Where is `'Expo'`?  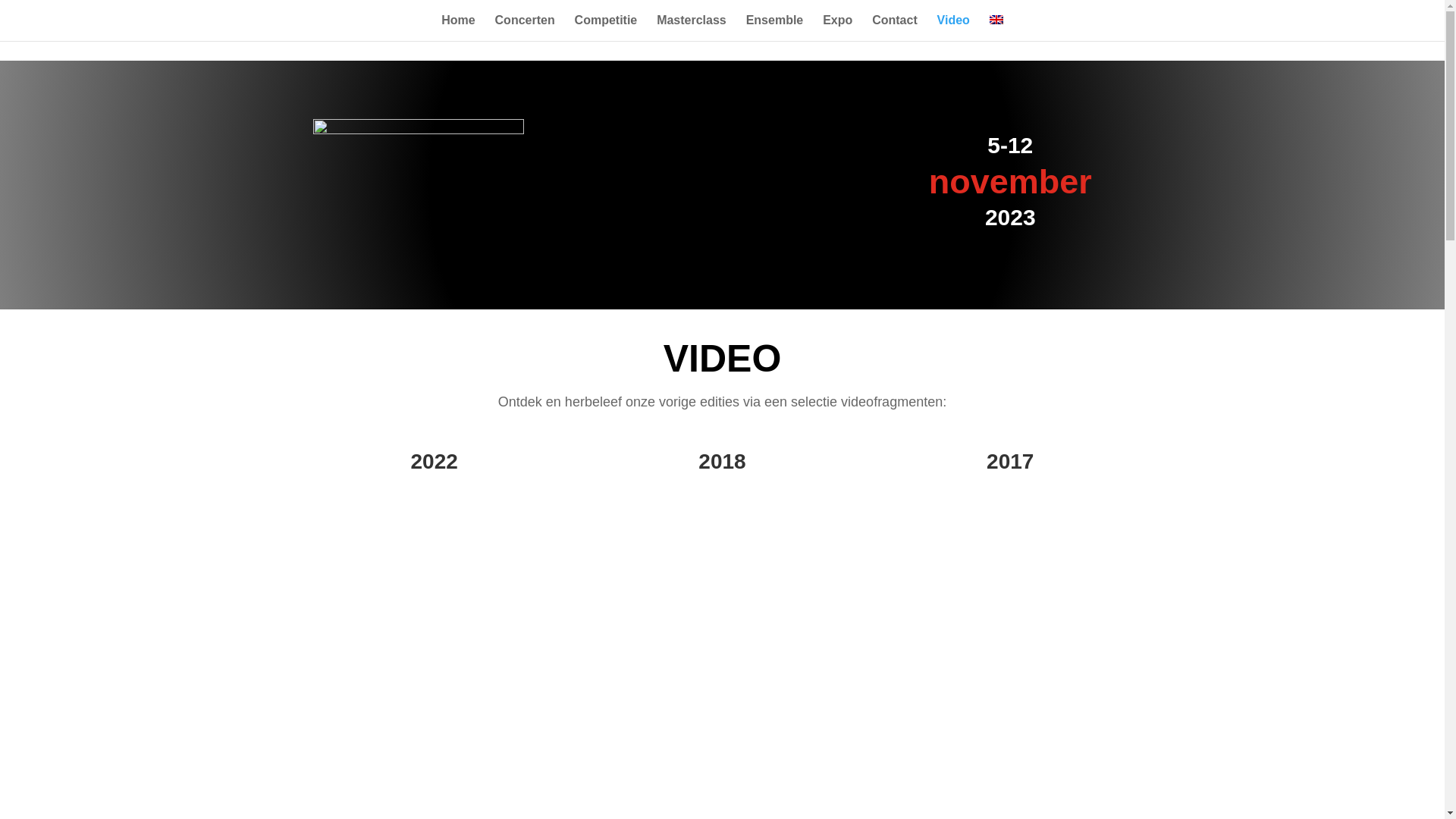 'Expo' is located at coordinates (836, 28).